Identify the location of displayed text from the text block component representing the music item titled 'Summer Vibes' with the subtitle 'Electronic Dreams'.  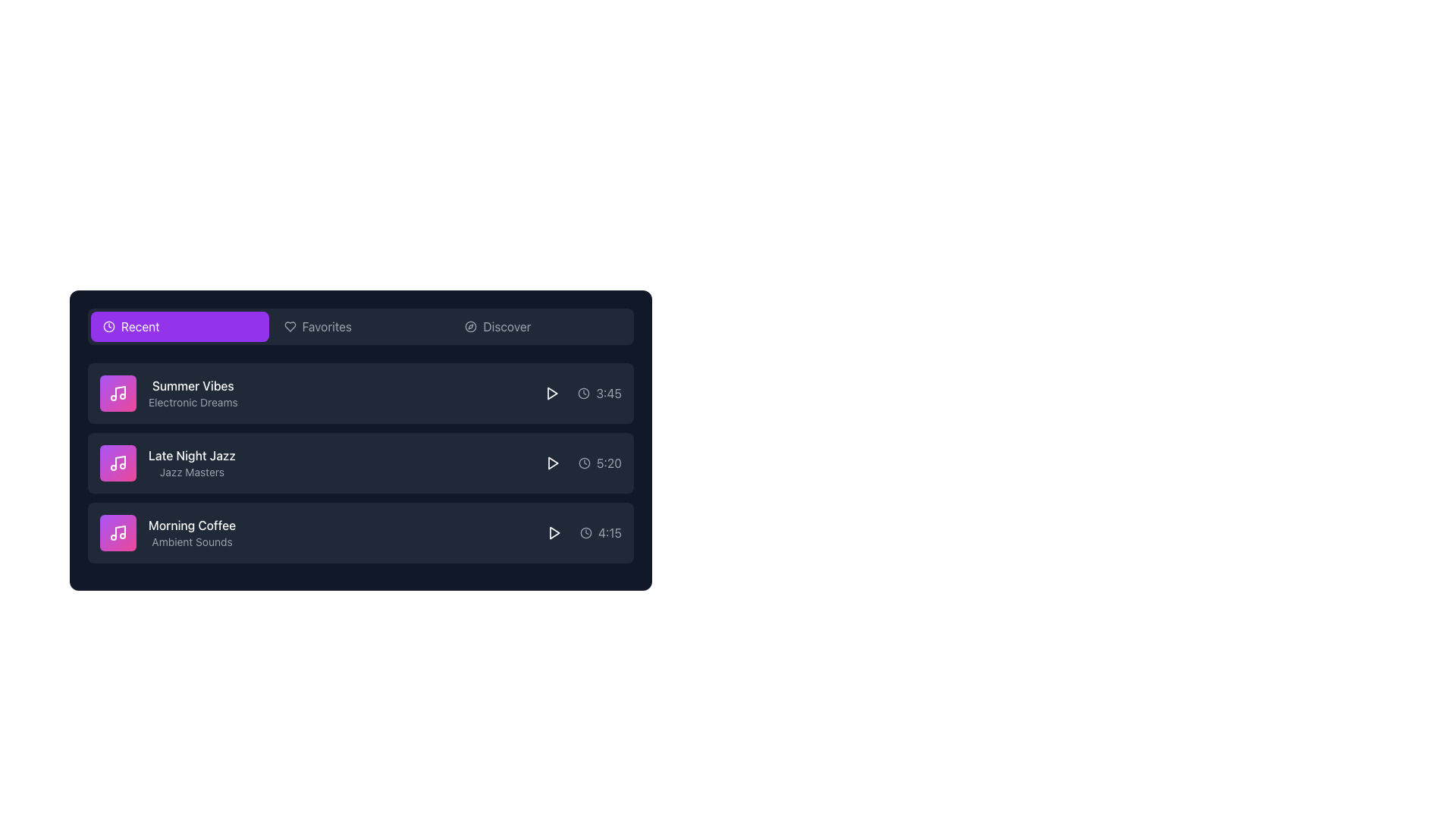
(168, 393).